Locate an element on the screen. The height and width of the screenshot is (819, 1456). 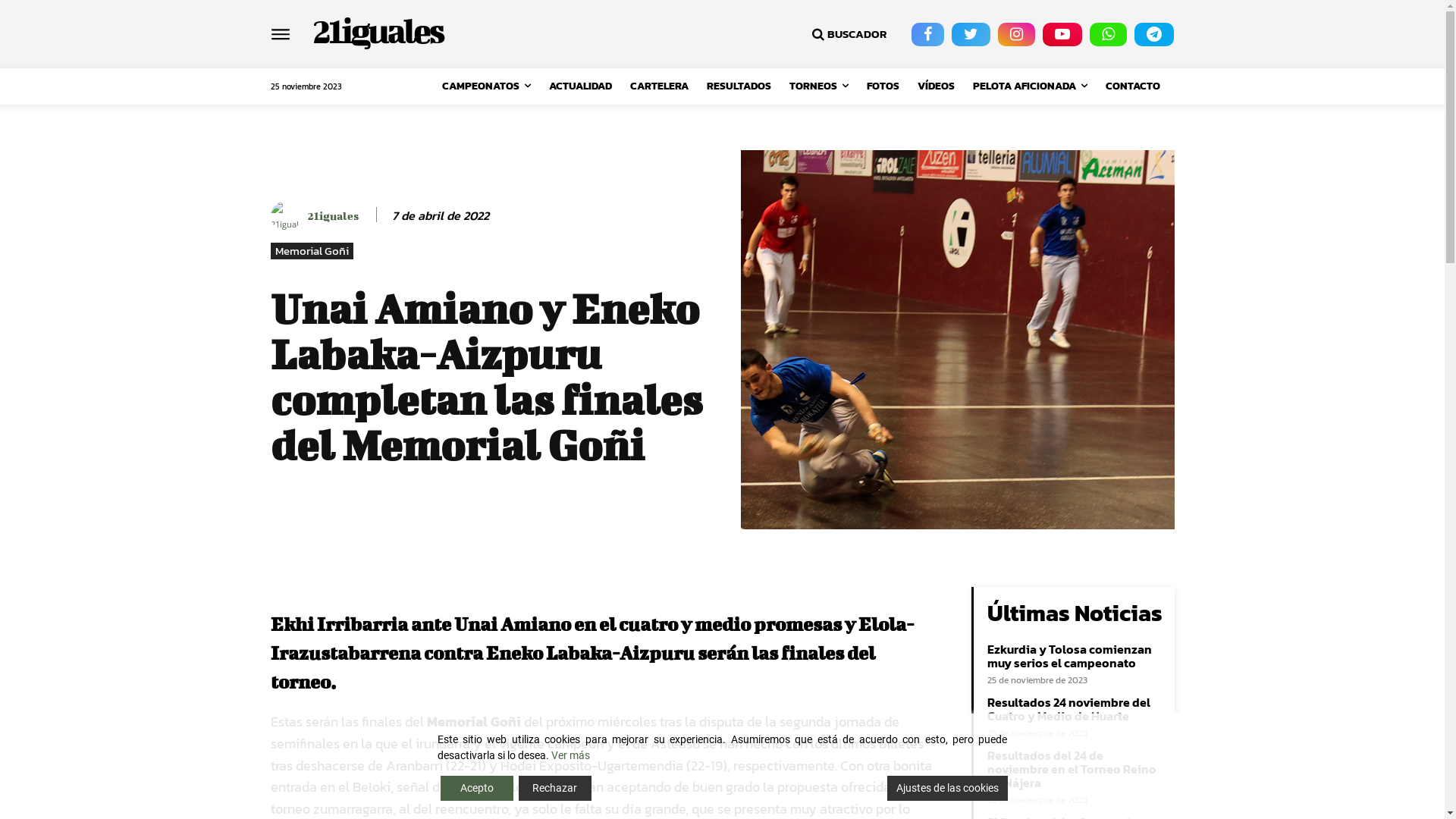
'Acepto' is located at coordinates (475, 787).